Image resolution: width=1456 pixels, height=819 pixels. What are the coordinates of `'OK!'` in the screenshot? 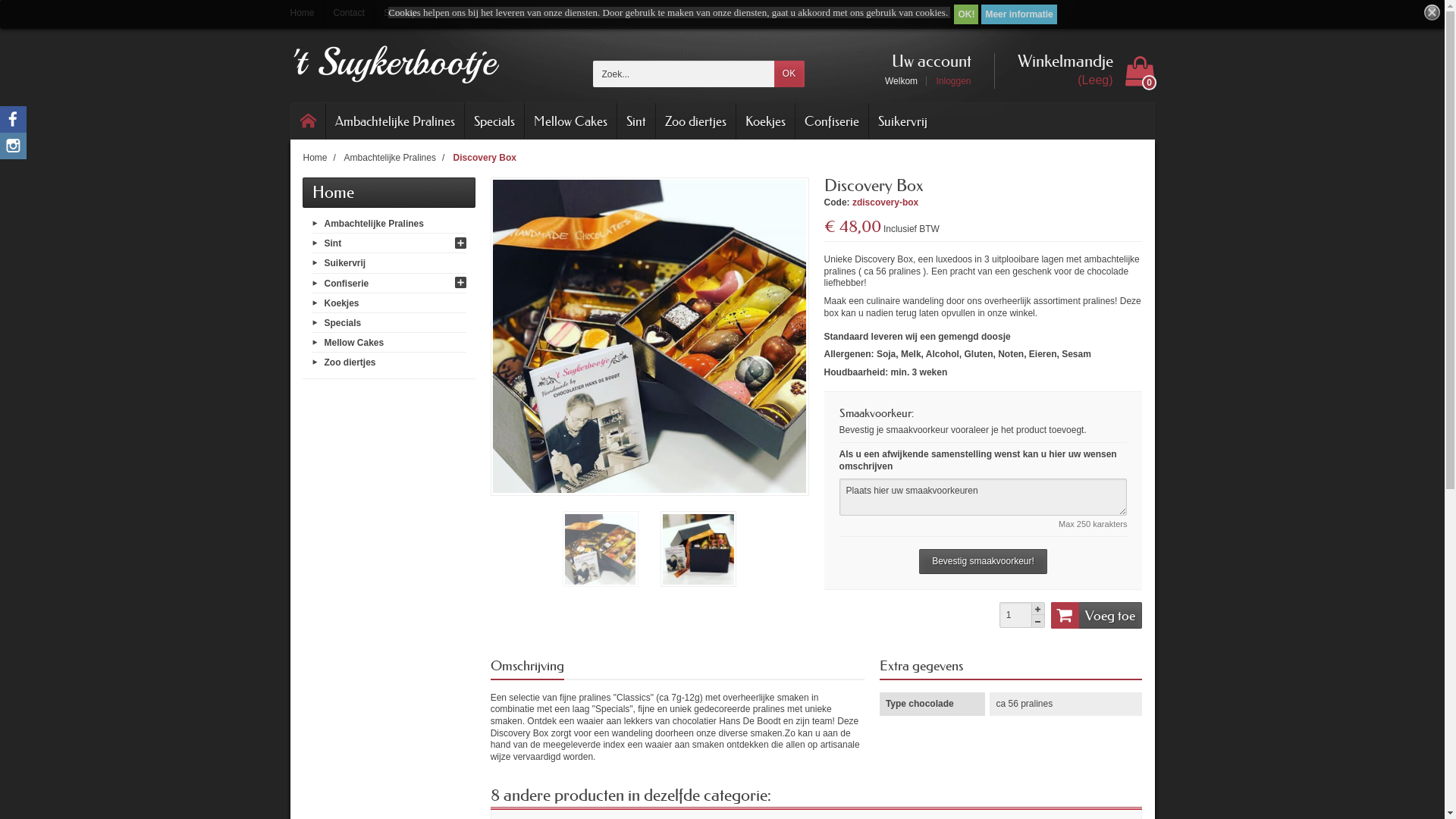 It's located at (965, 14).